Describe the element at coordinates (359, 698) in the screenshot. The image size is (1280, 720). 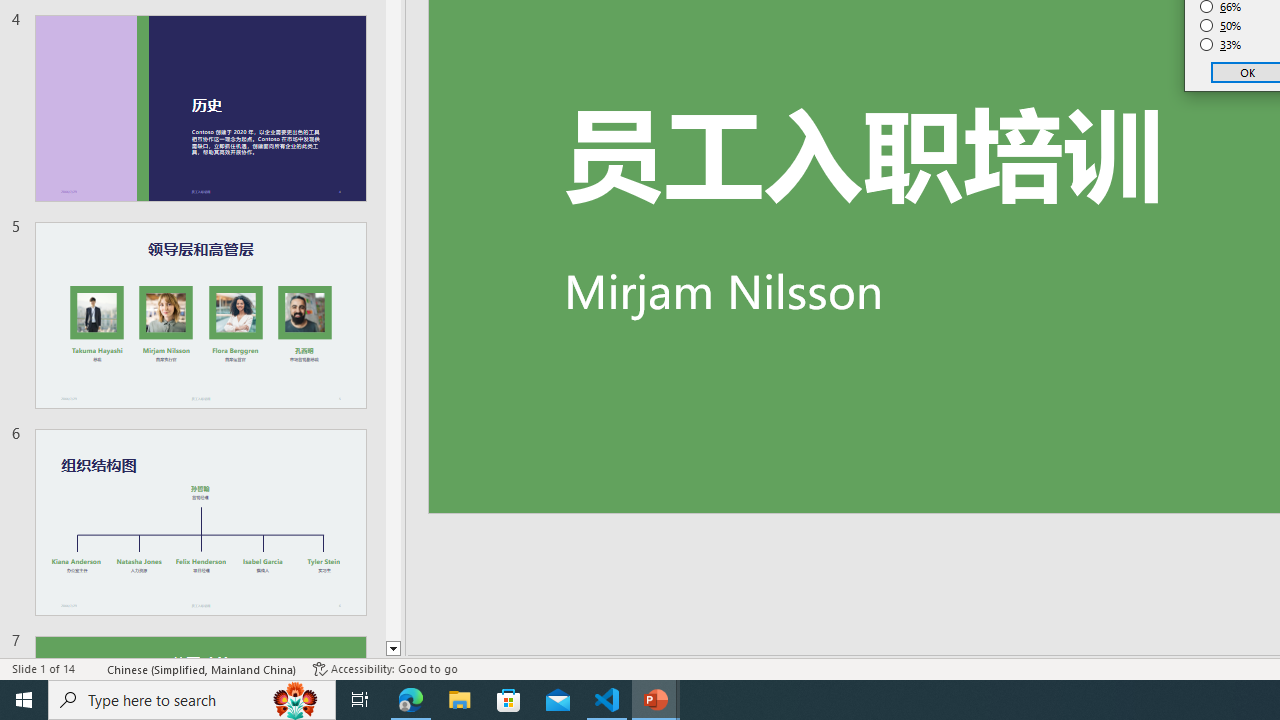
I see `'Task View'` at that location.